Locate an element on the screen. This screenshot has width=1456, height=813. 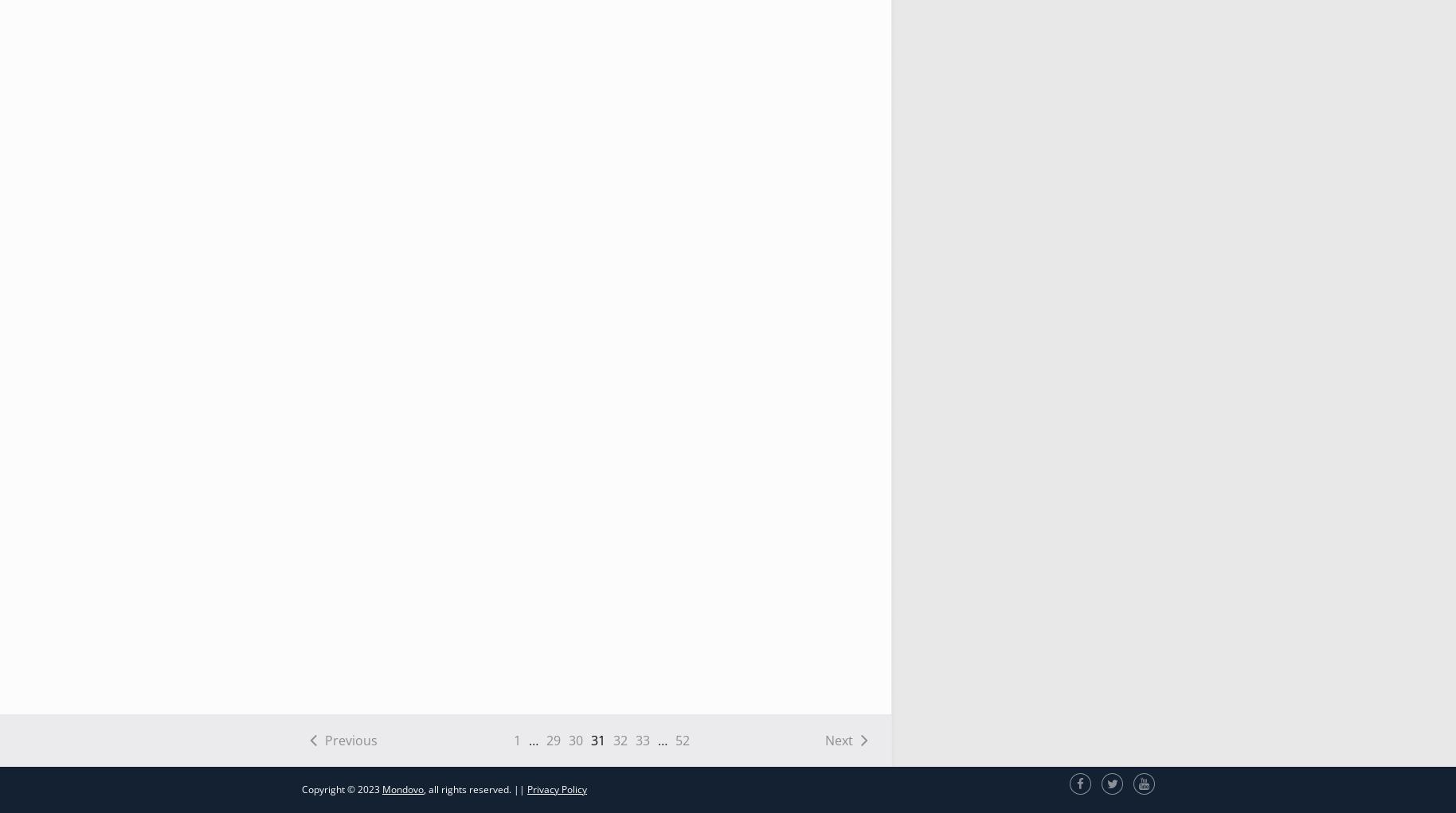
'52' is located at coordinates (682, 740).